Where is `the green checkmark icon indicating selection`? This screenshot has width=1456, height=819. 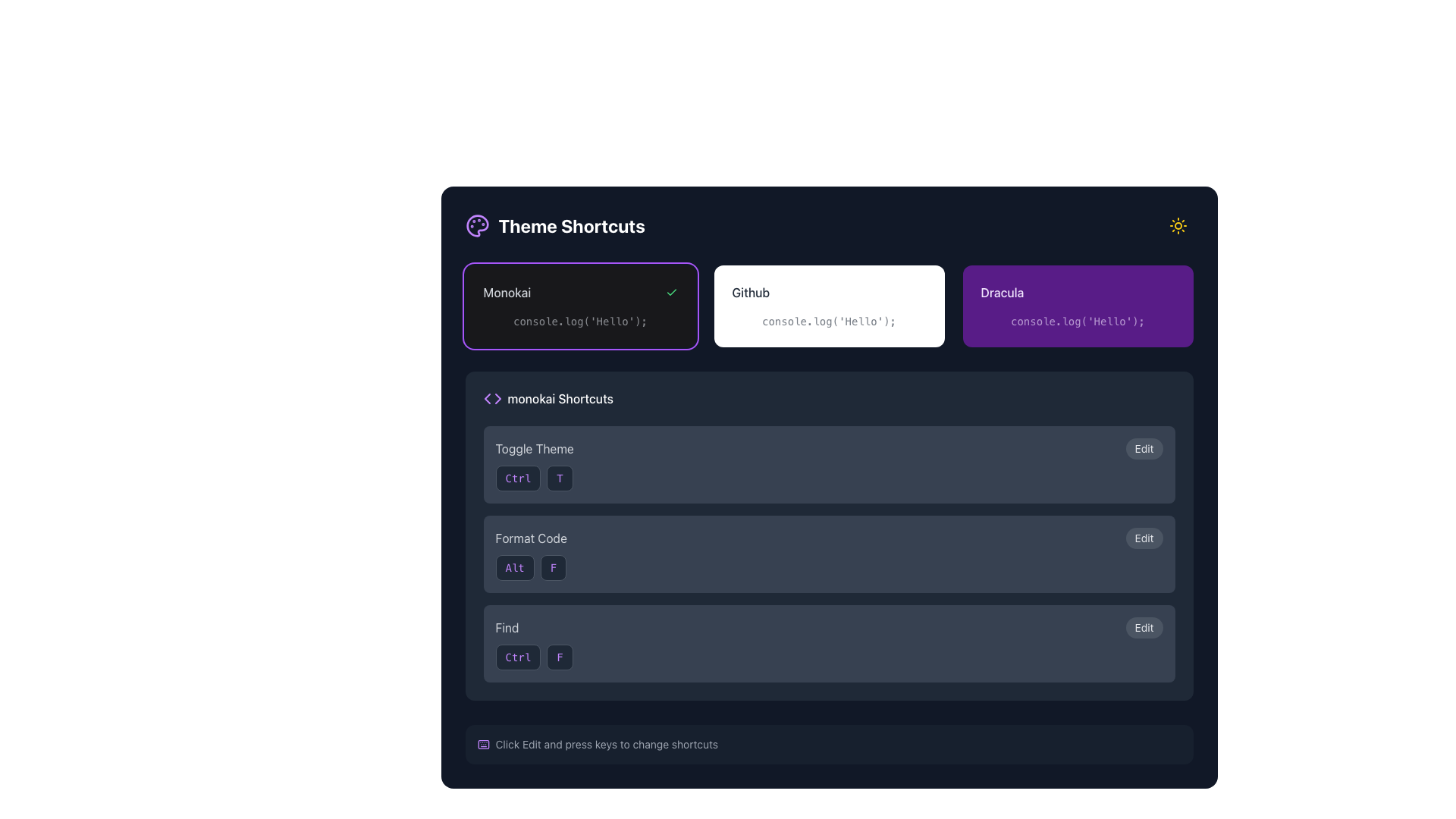 the green checkmark icon indicating selection is located at coordinates (670, 292).